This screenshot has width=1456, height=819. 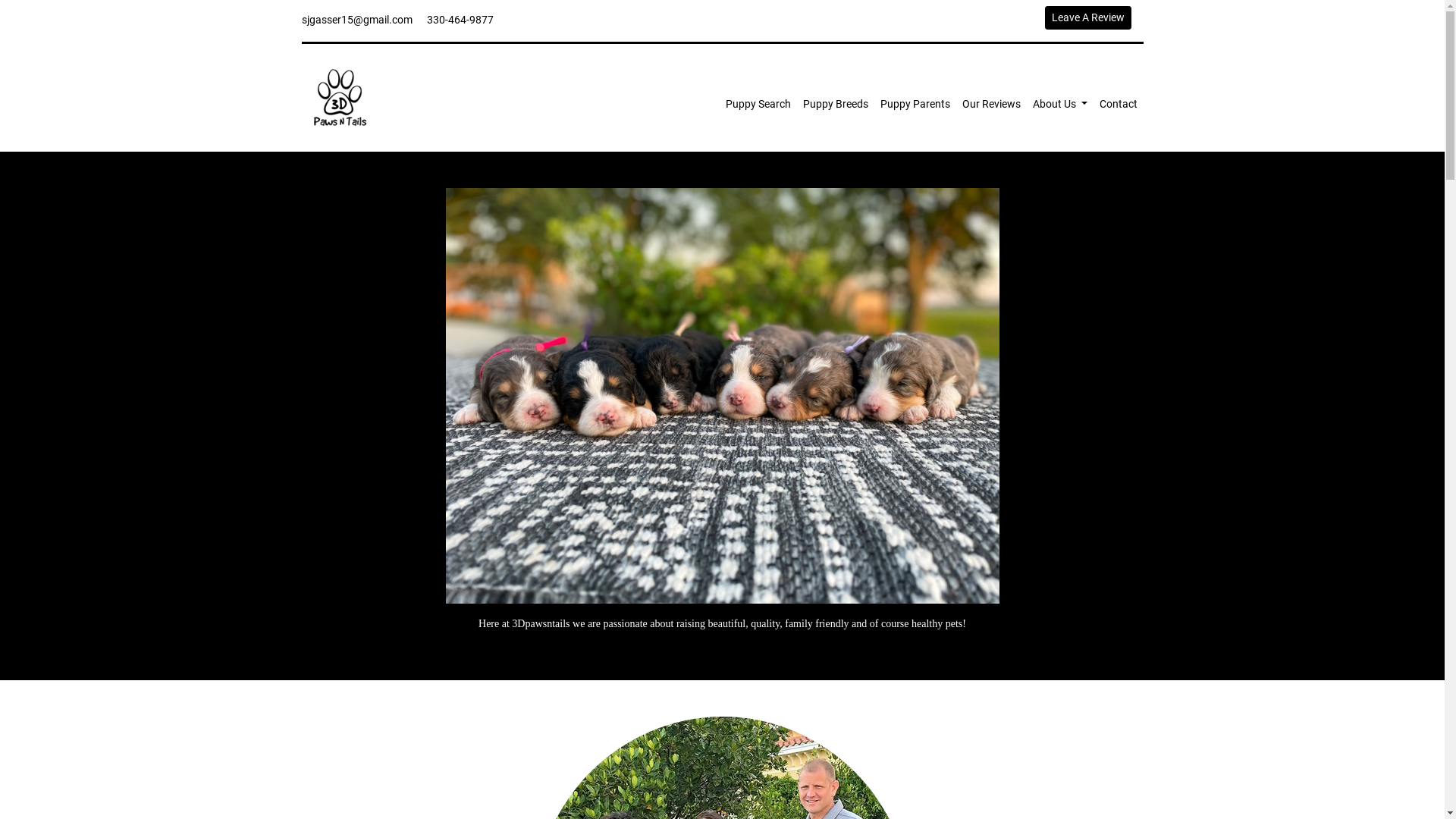 What do you see at coordinates (1059, 102) in the screenshot?
I see `'About Us'` at bounding box center [1059, 102].